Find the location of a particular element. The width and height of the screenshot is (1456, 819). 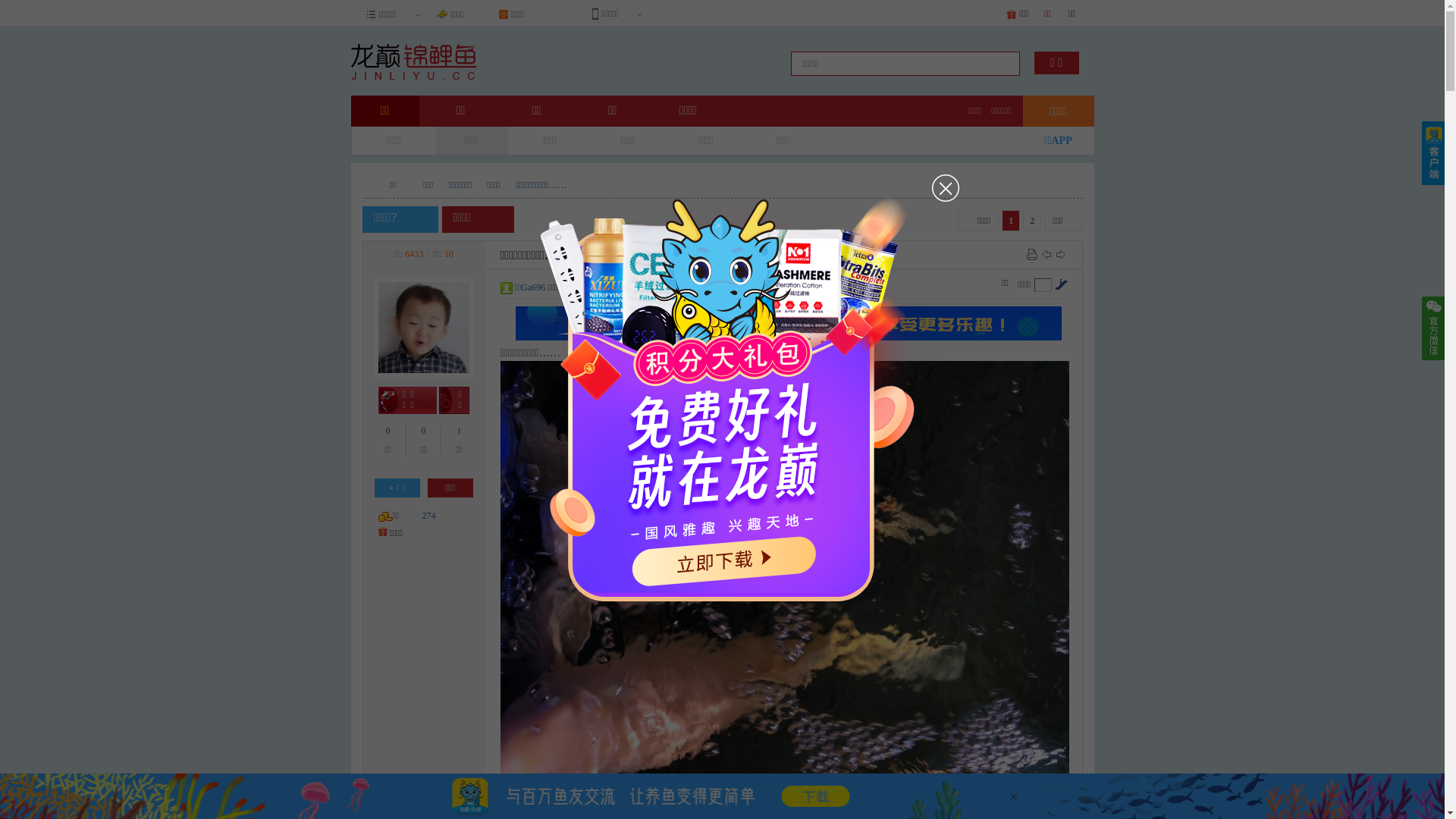

'1' is located at coordinates (455, 430).